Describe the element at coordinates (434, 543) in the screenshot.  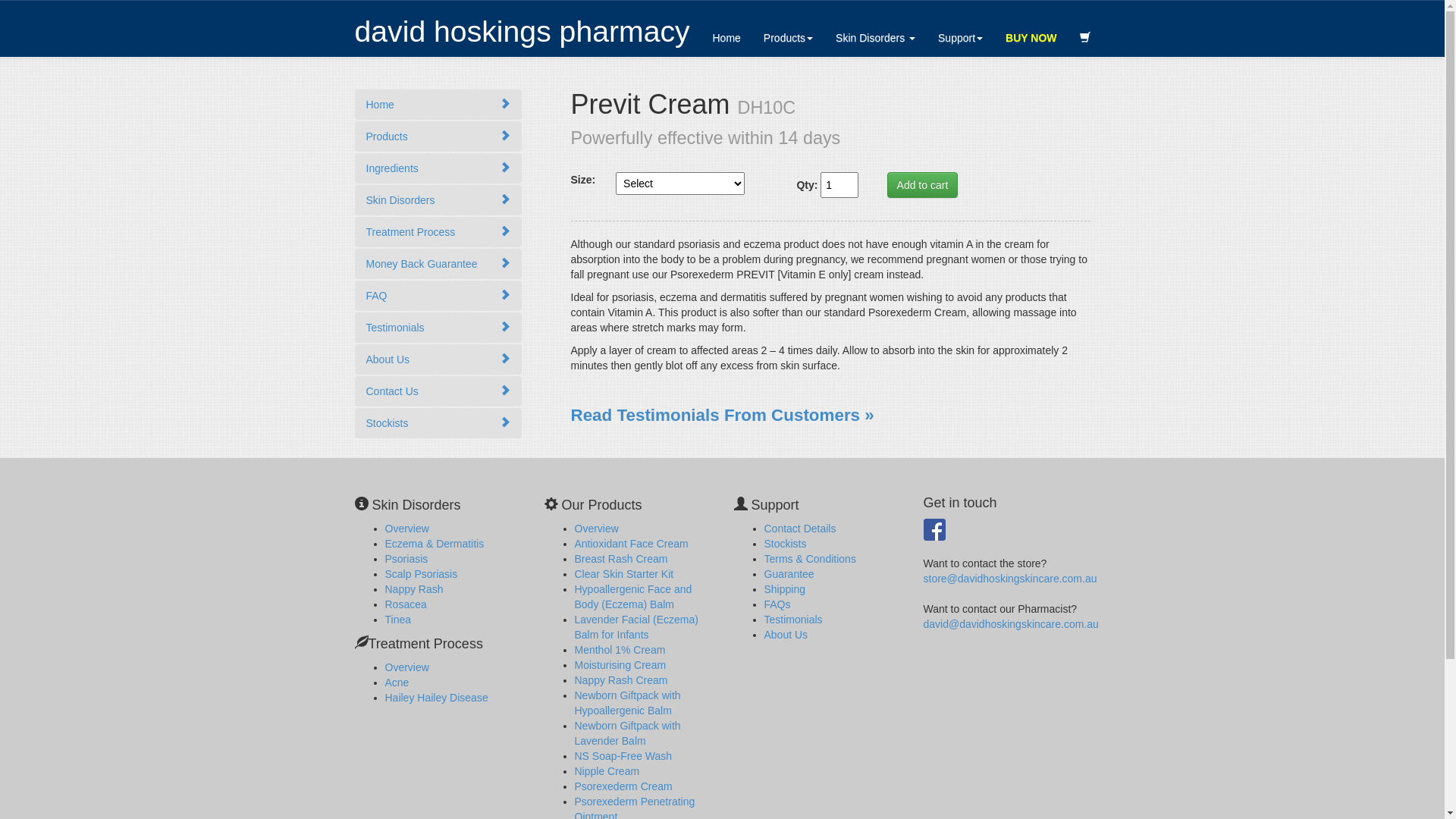
I see `'Eczema & Dermatitis'` at that location.